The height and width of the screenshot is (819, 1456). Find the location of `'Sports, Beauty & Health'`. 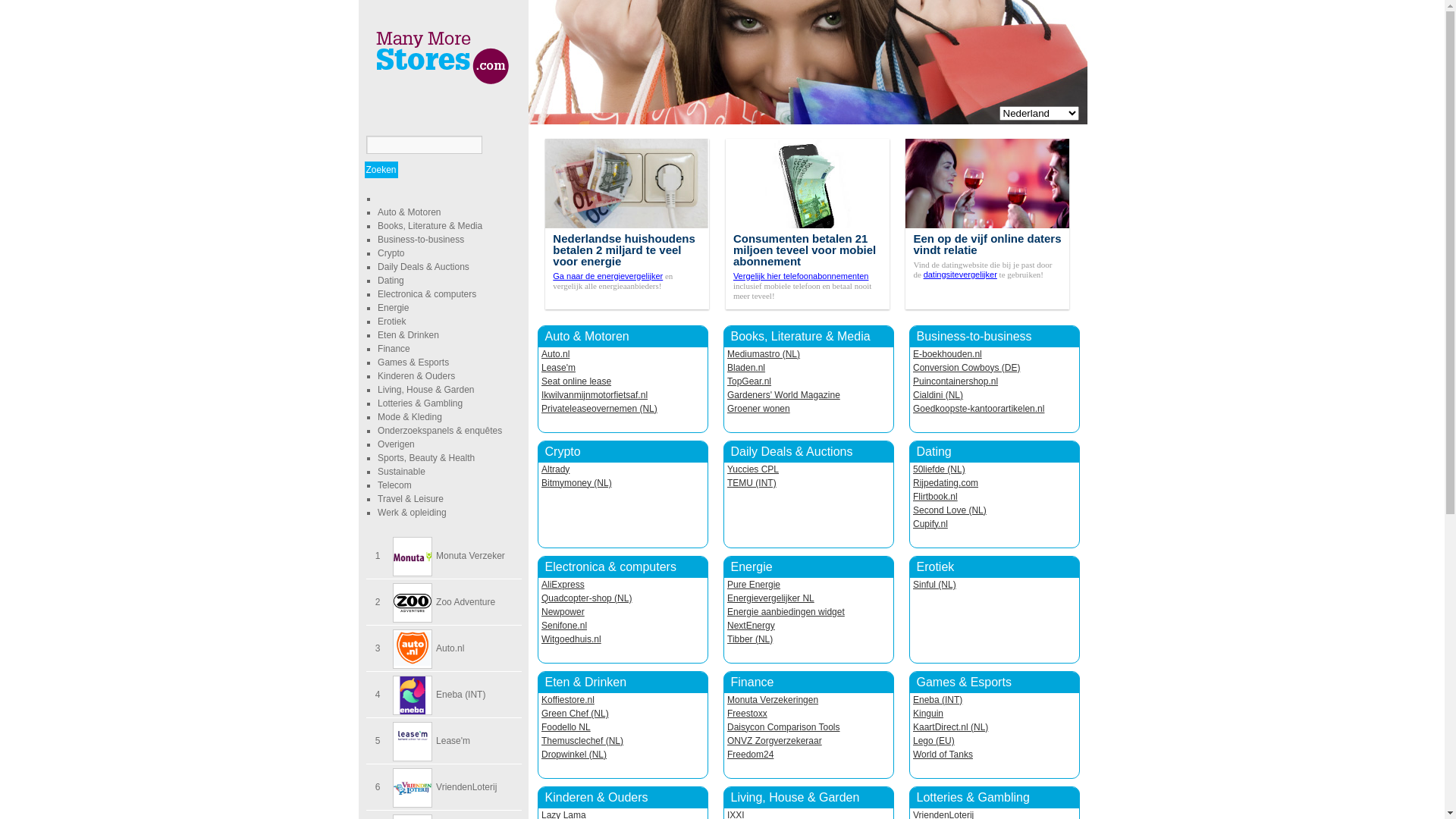

'Sports, Beauty & Health' is located at coordinates (425, 457).